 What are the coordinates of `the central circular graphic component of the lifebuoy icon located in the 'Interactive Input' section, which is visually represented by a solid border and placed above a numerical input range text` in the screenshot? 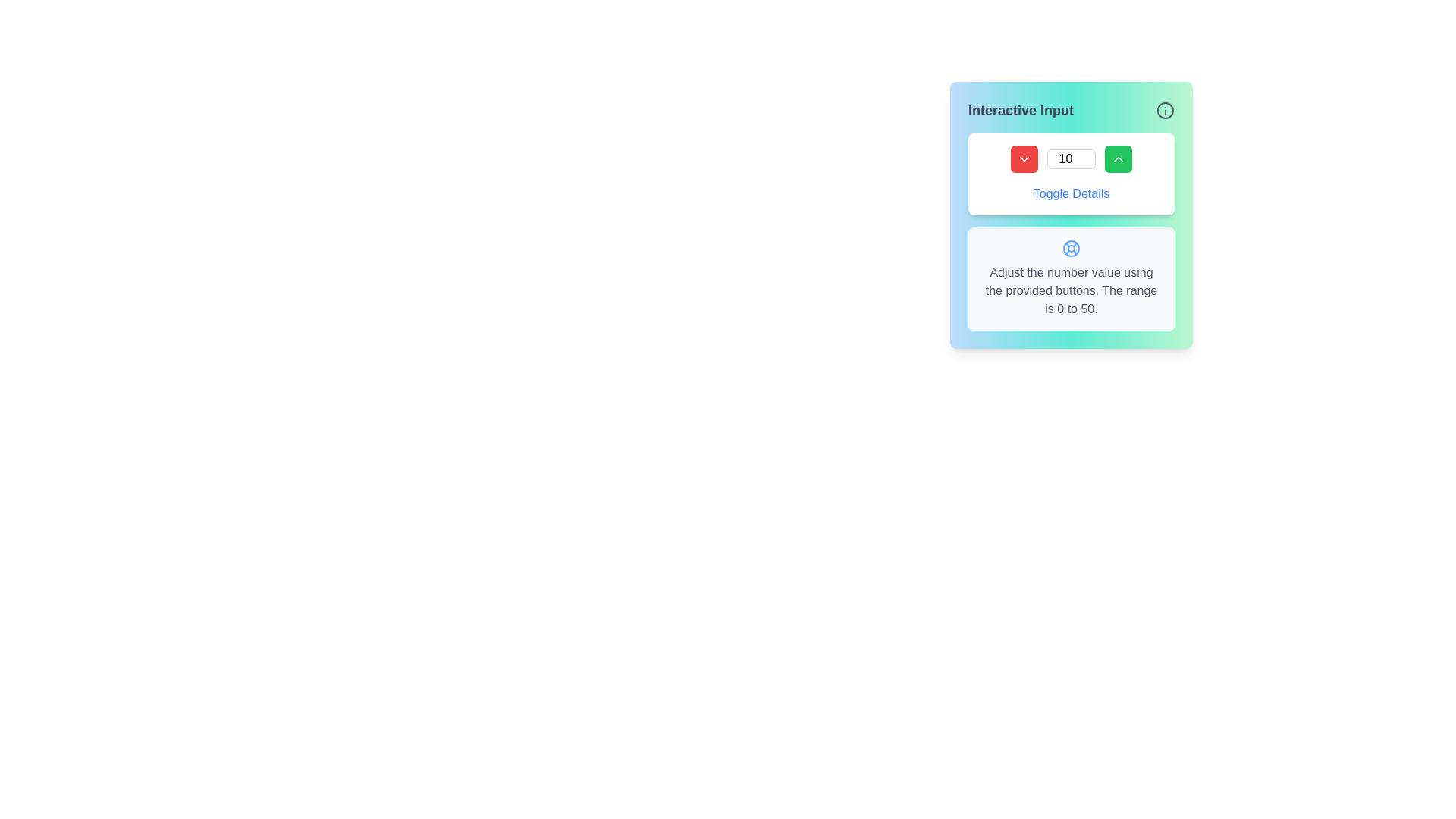 It's located at (1070, 247).